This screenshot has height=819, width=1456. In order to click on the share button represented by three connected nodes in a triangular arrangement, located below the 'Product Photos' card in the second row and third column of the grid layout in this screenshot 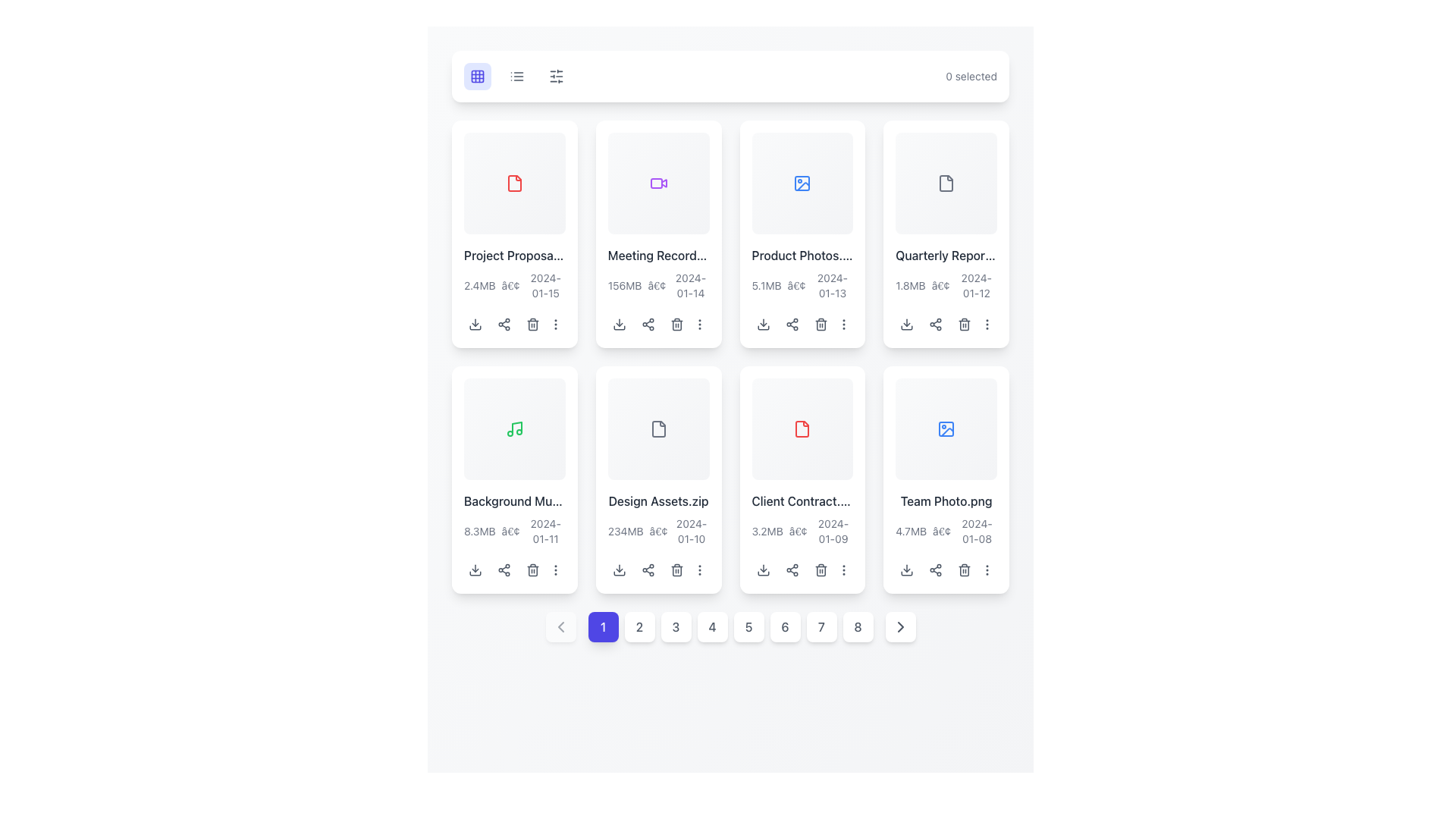, I will do `click(791, 323)`.